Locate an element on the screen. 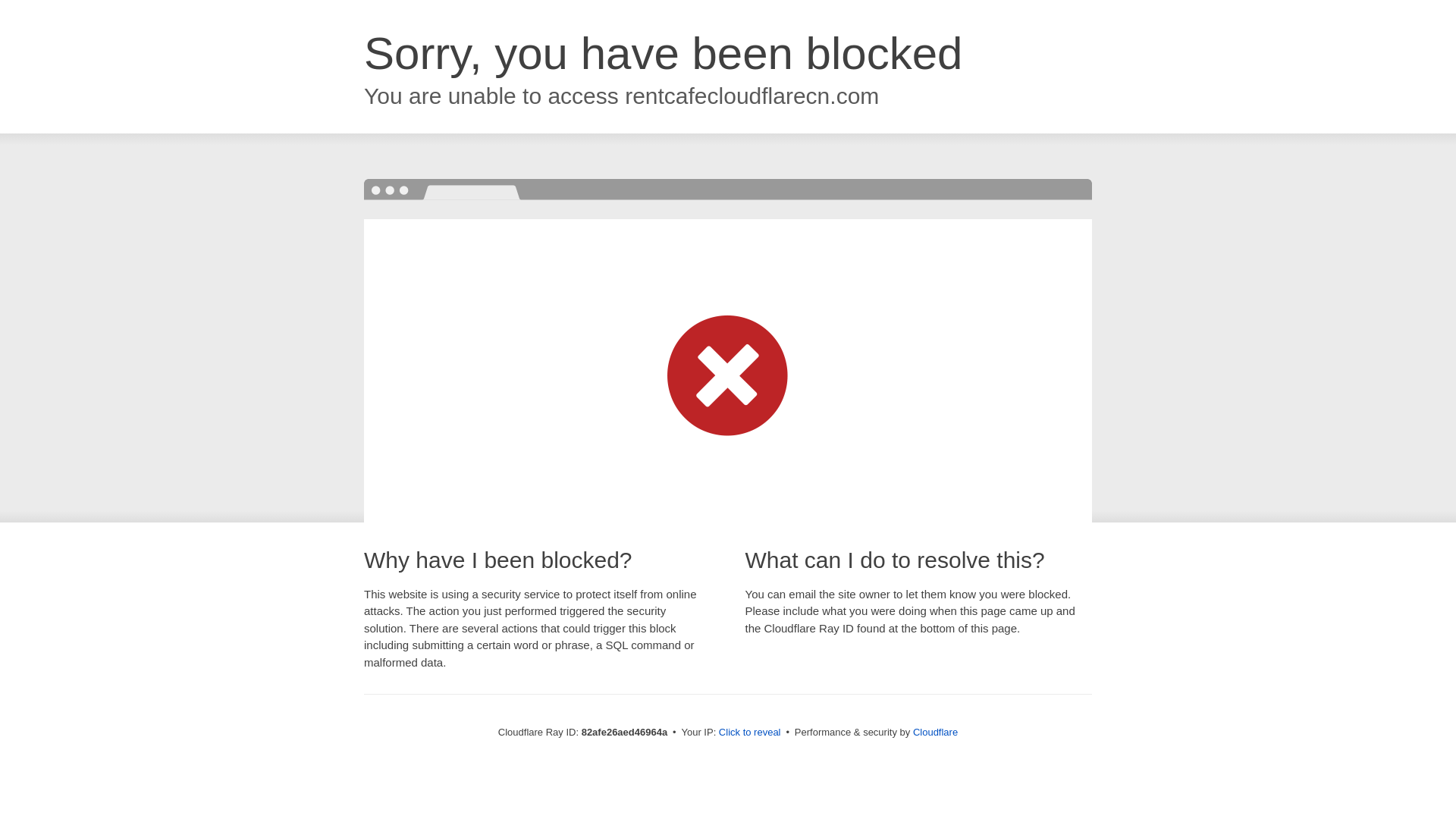 This screenshot has height=819, width=1456. 'Cloudflare' is located at coordinates (912, 731).